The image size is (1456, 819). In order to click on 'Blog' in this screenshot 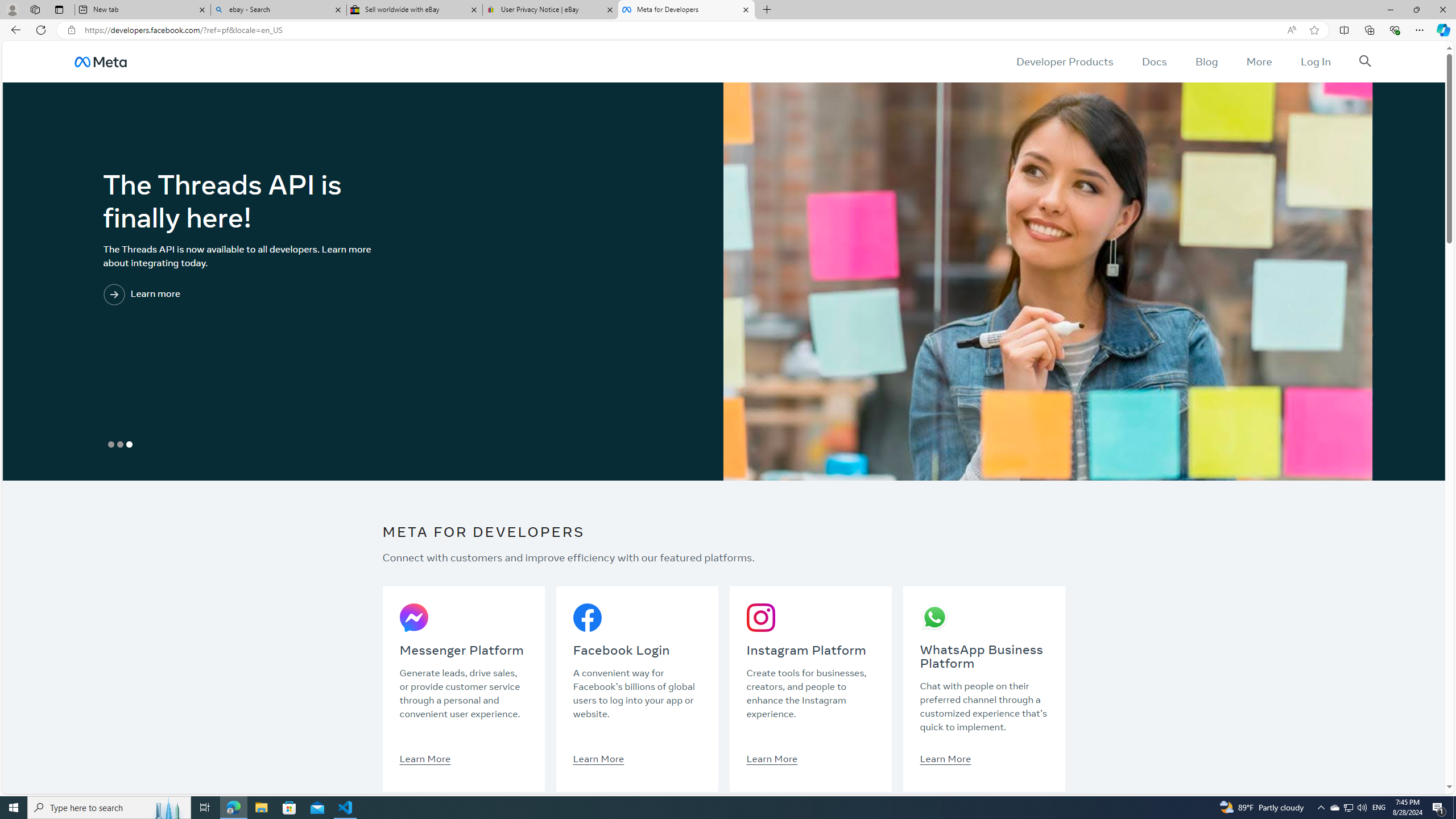, I will do `click(1205, 61)`.